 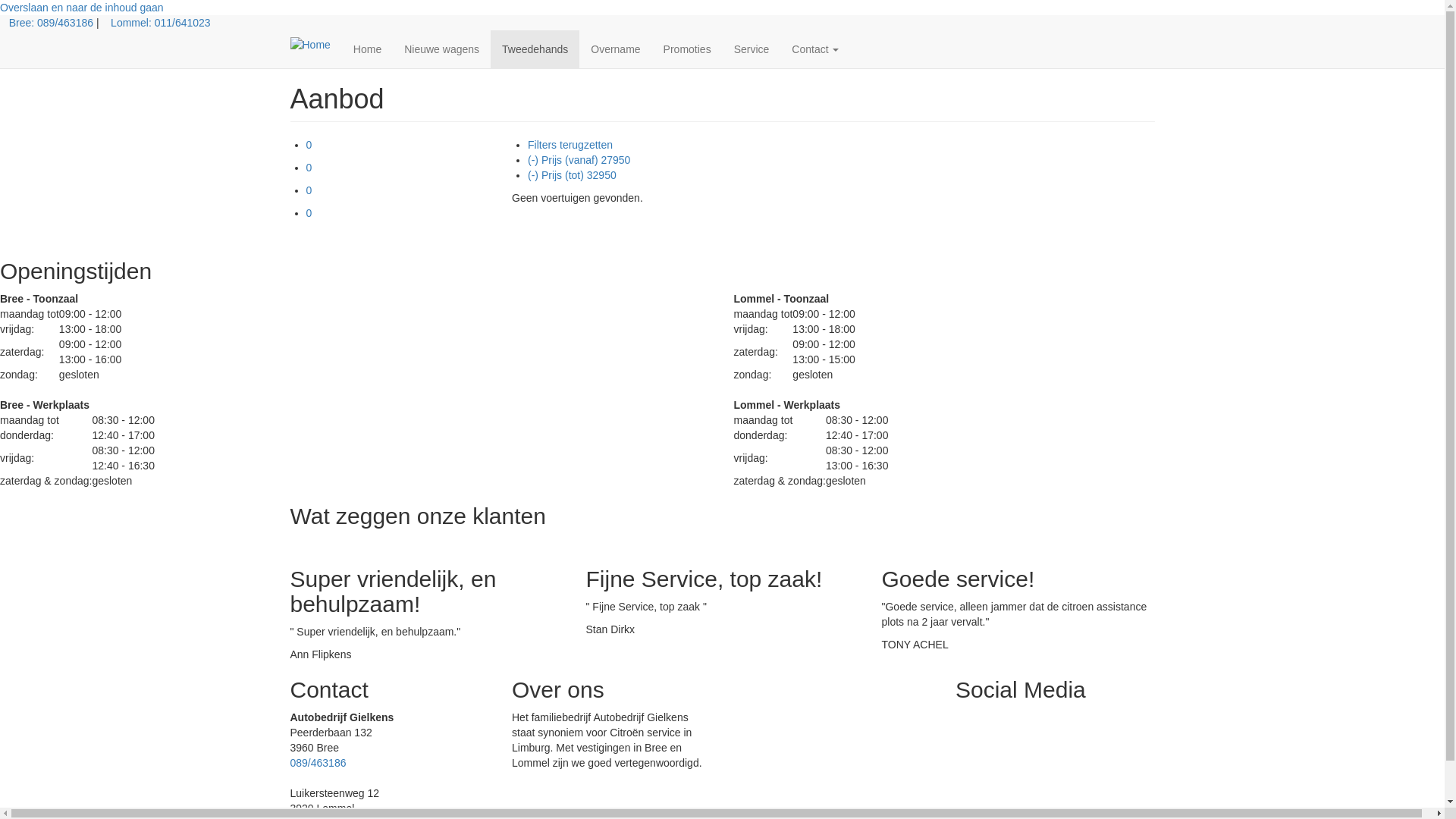 What do you see at coordinates (578, 160) in the screenshot?
I see `'(-) Prijs (vanaf) 27950'` at bounding box center [578, 160].